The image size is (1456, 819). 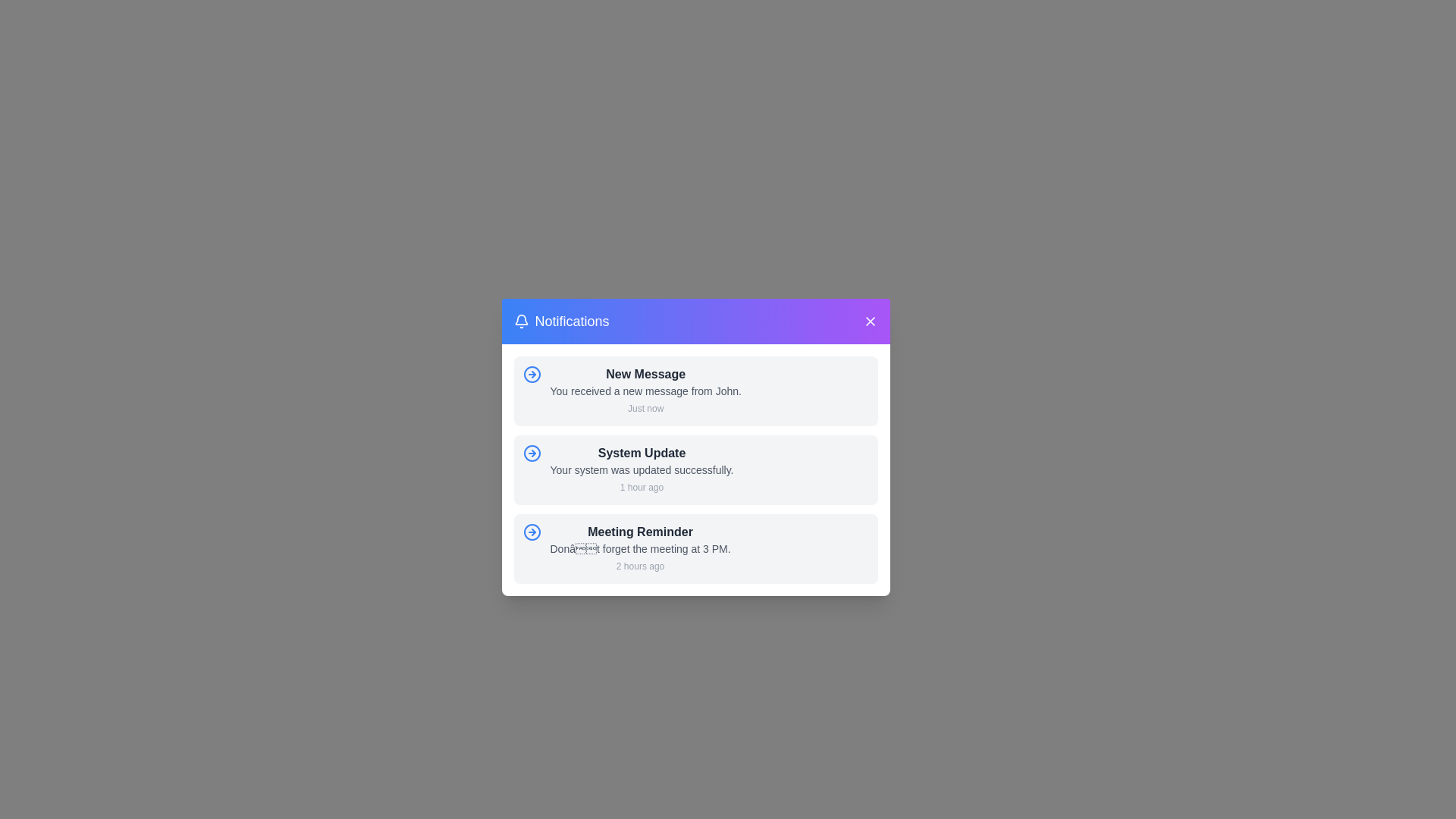 I want to click on the visual presence of the SVG Circle that represents the 'Meeting Reminder' notification, which is part of the iconography system in the notifications list, so click(x=532, y=532).